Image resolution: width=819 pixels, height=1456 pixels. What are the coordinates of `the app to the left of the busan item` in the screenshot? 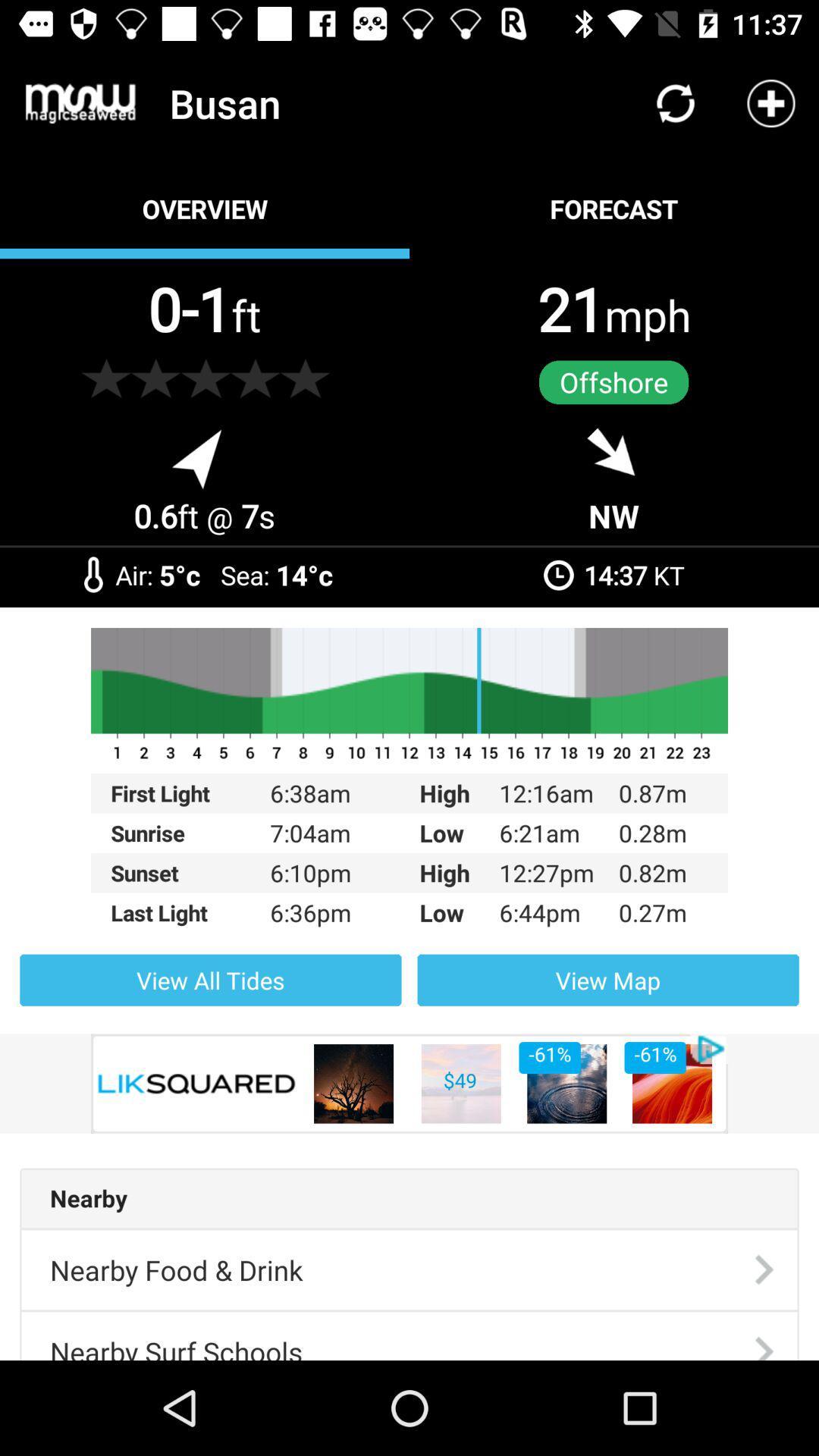 It's located at (80, 102).